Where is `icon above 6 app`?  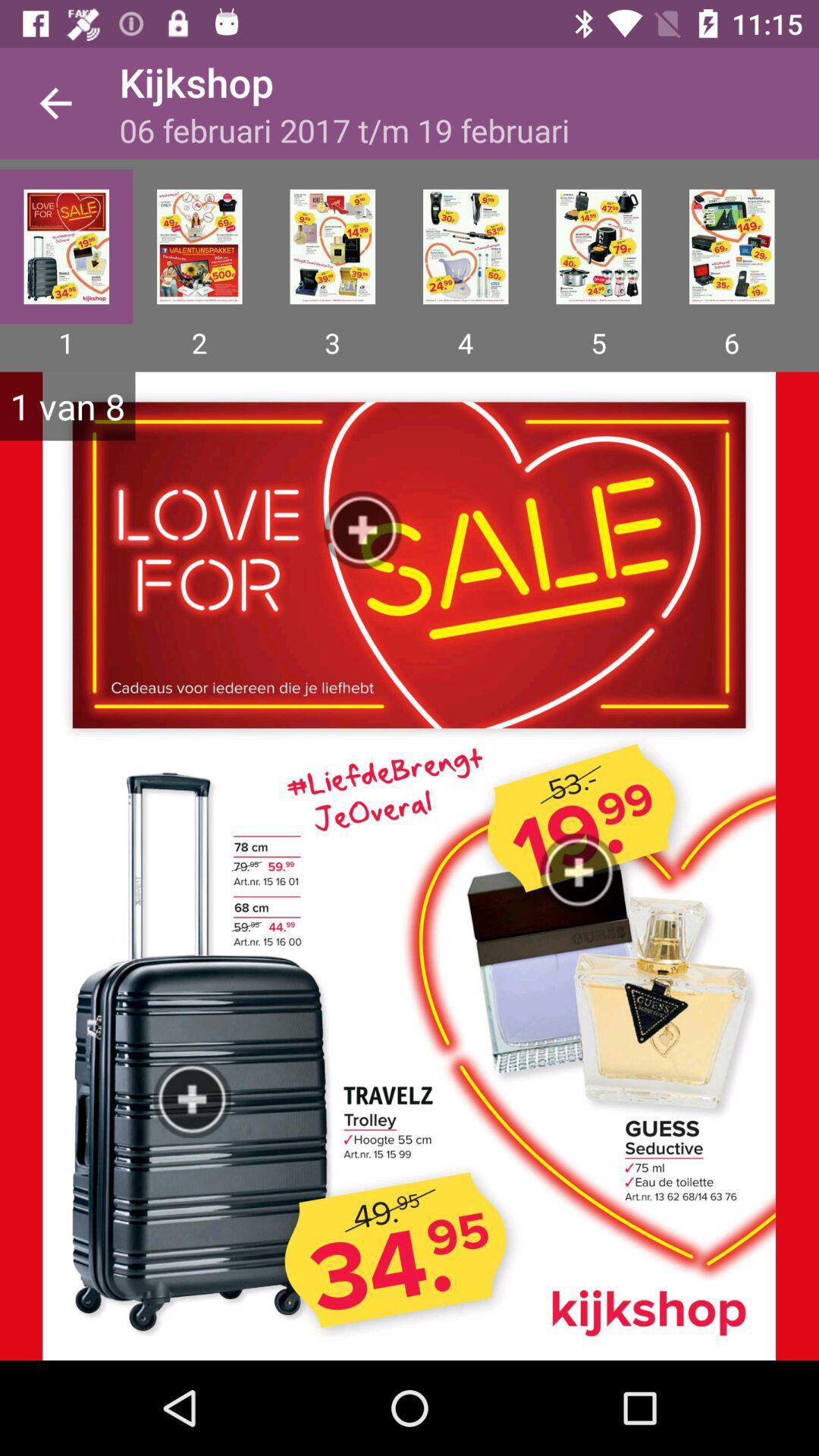
icon above 6 app is located at coordinates (731, 246).